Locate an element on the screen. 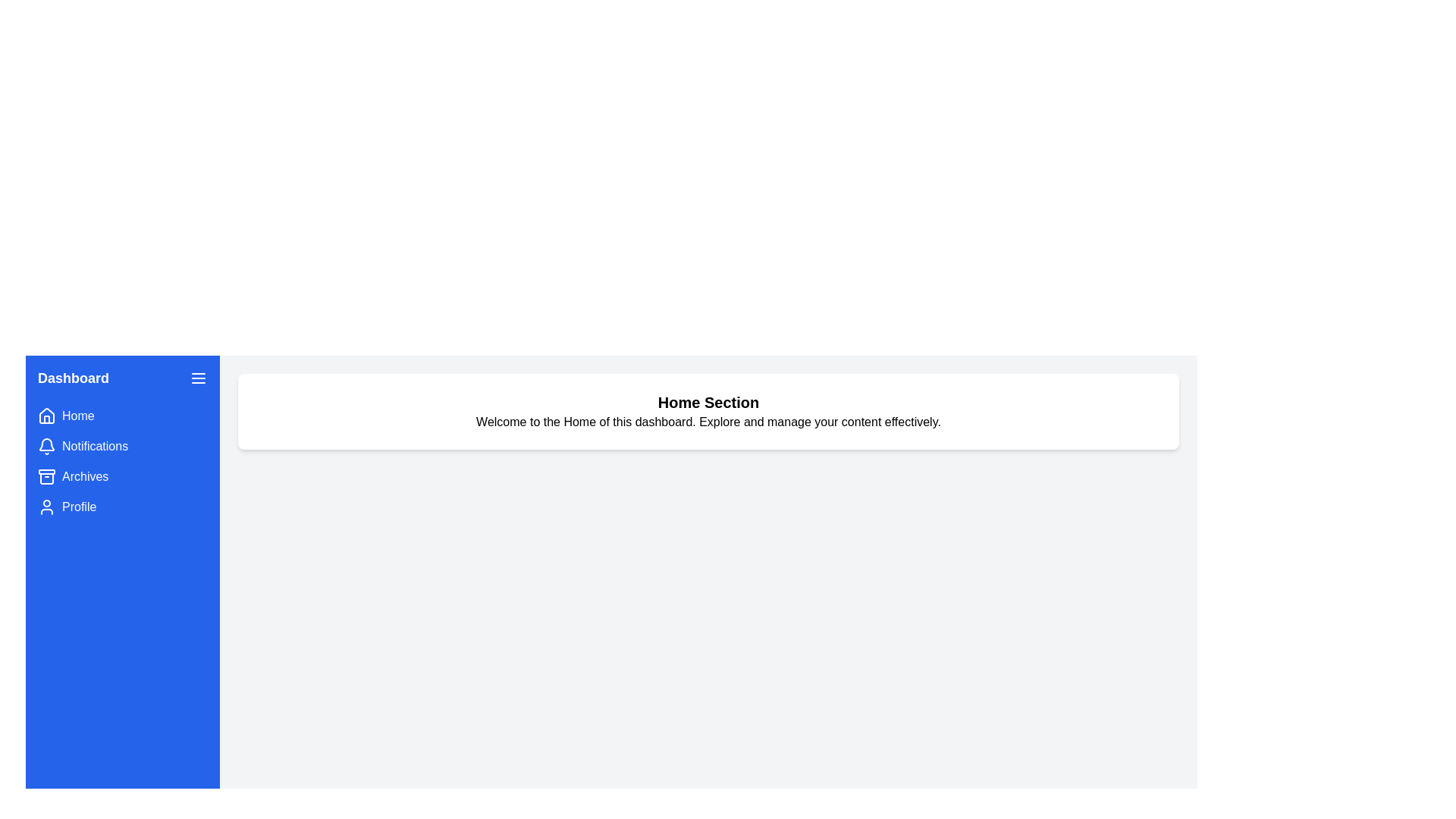  the static text displaying the message 'Welcome to the Home of this dashboard. Explore and manage your content effectively.' which is located below the heading 'Home Section' is located at coordinates (708, 422).